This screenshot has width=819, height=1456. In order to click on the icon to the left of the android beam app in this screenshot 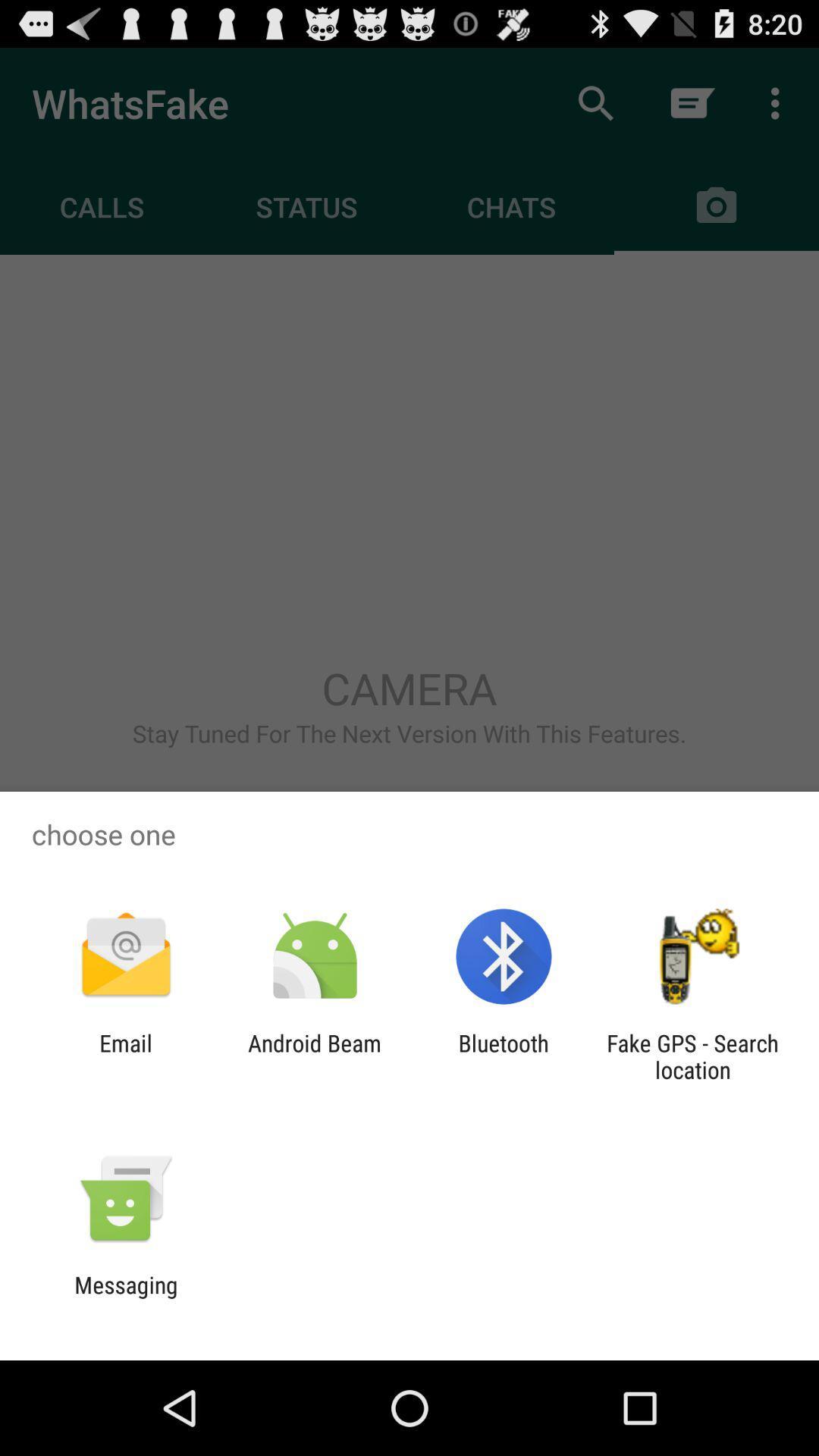, I will do `click(125, 1056)`.